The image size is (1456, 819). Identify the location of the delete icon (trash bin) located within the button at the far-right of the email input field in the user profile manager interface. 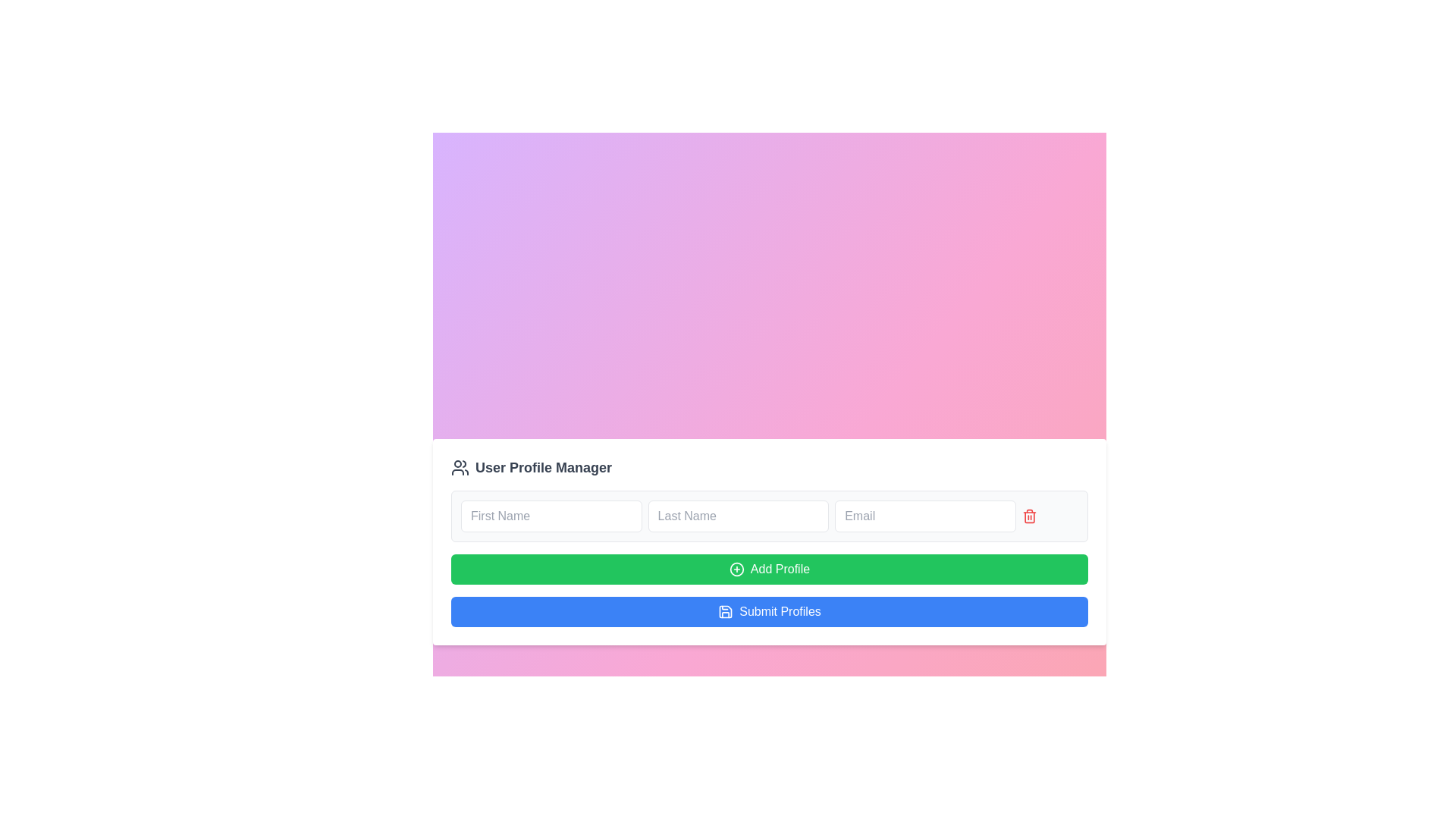
(1029, 516).